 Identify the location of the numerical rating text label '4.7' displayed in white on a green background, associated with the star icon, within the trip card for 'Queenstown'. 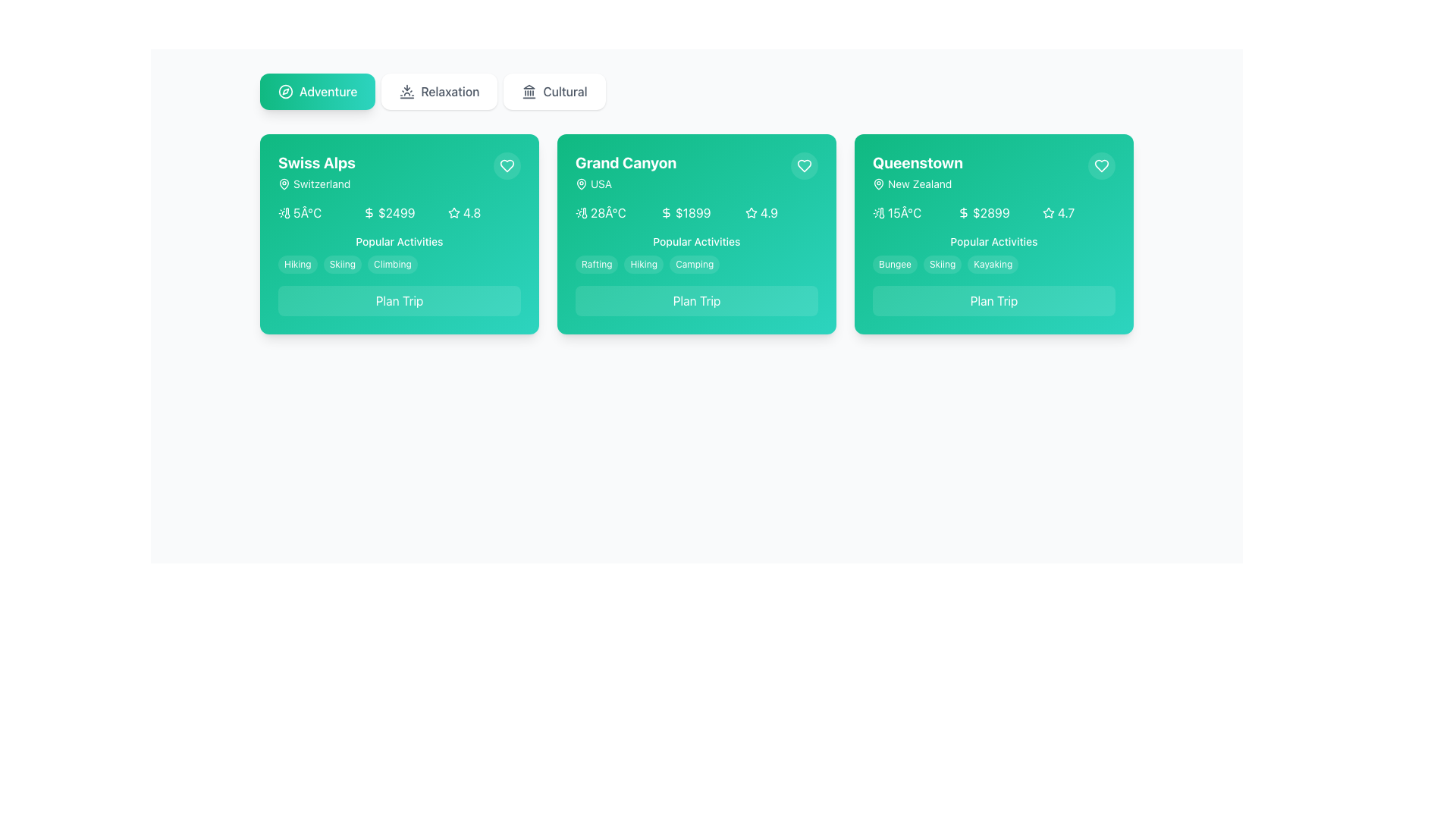
(1065, 213).